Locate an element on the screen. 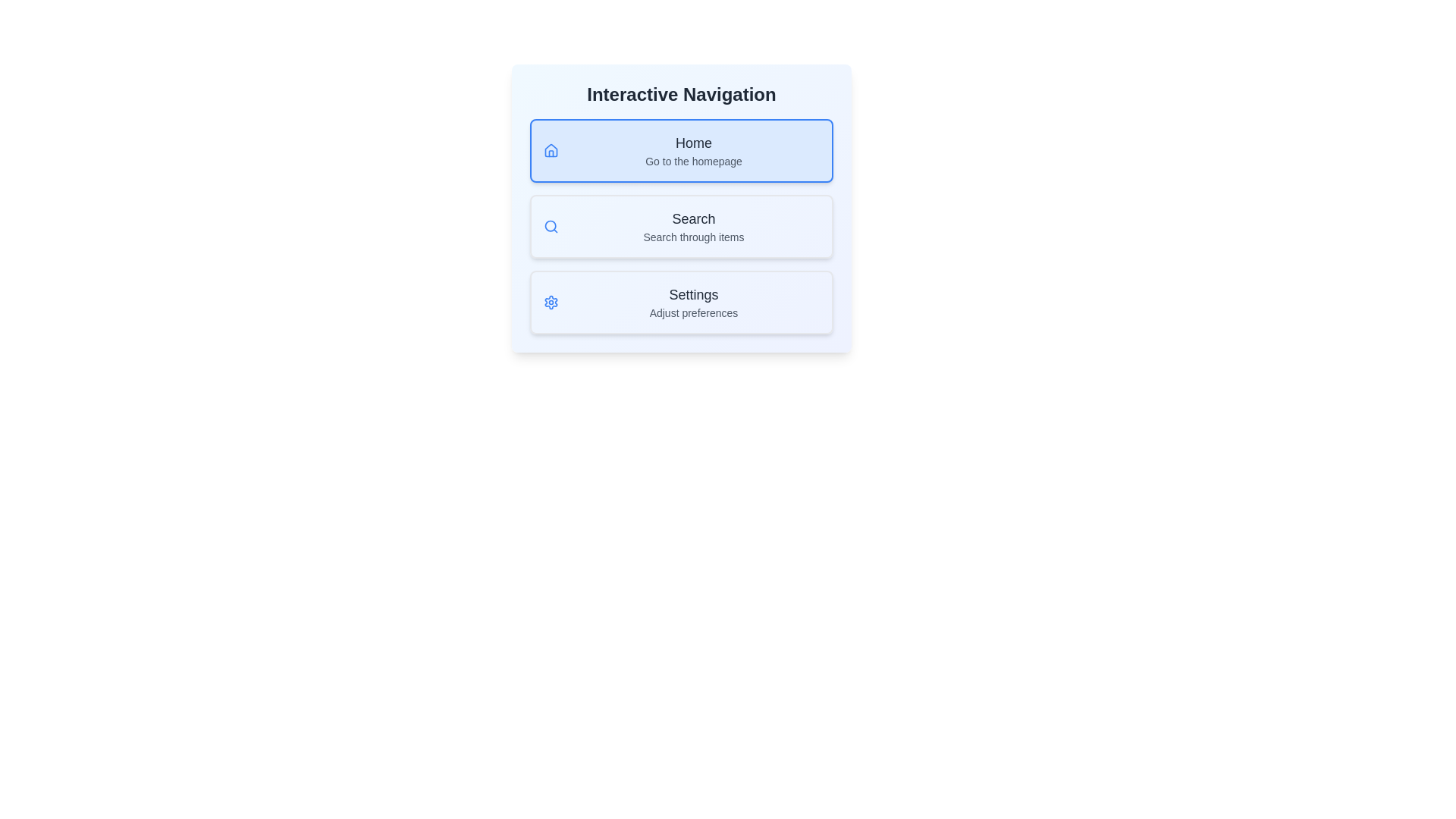  the menu item Search by clicking on it is located at coordinates (680, 227).